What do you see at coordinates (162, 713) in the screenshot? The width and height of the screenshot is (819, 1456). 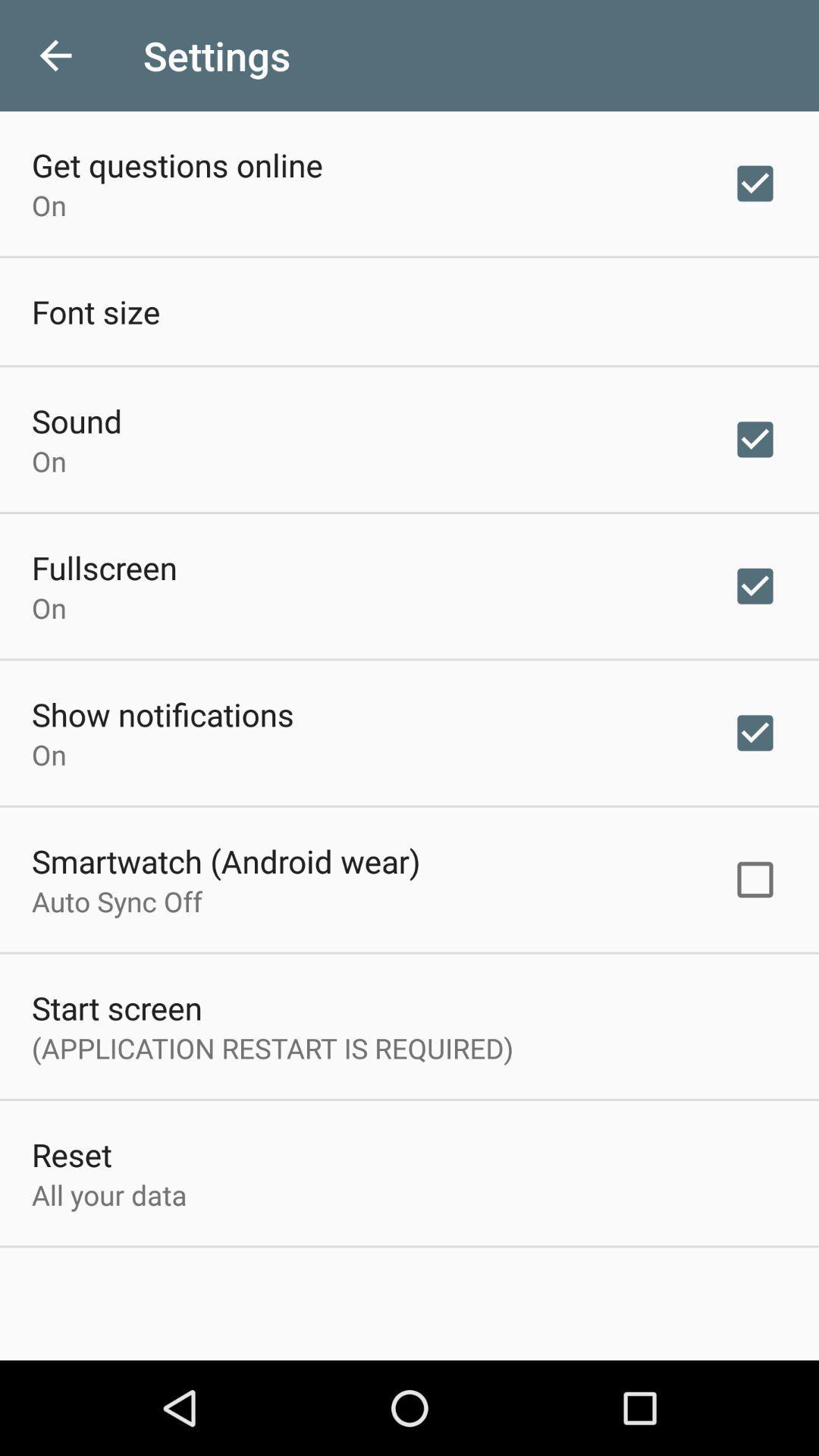 I see `the item below on` at bounding box center [162, 713].